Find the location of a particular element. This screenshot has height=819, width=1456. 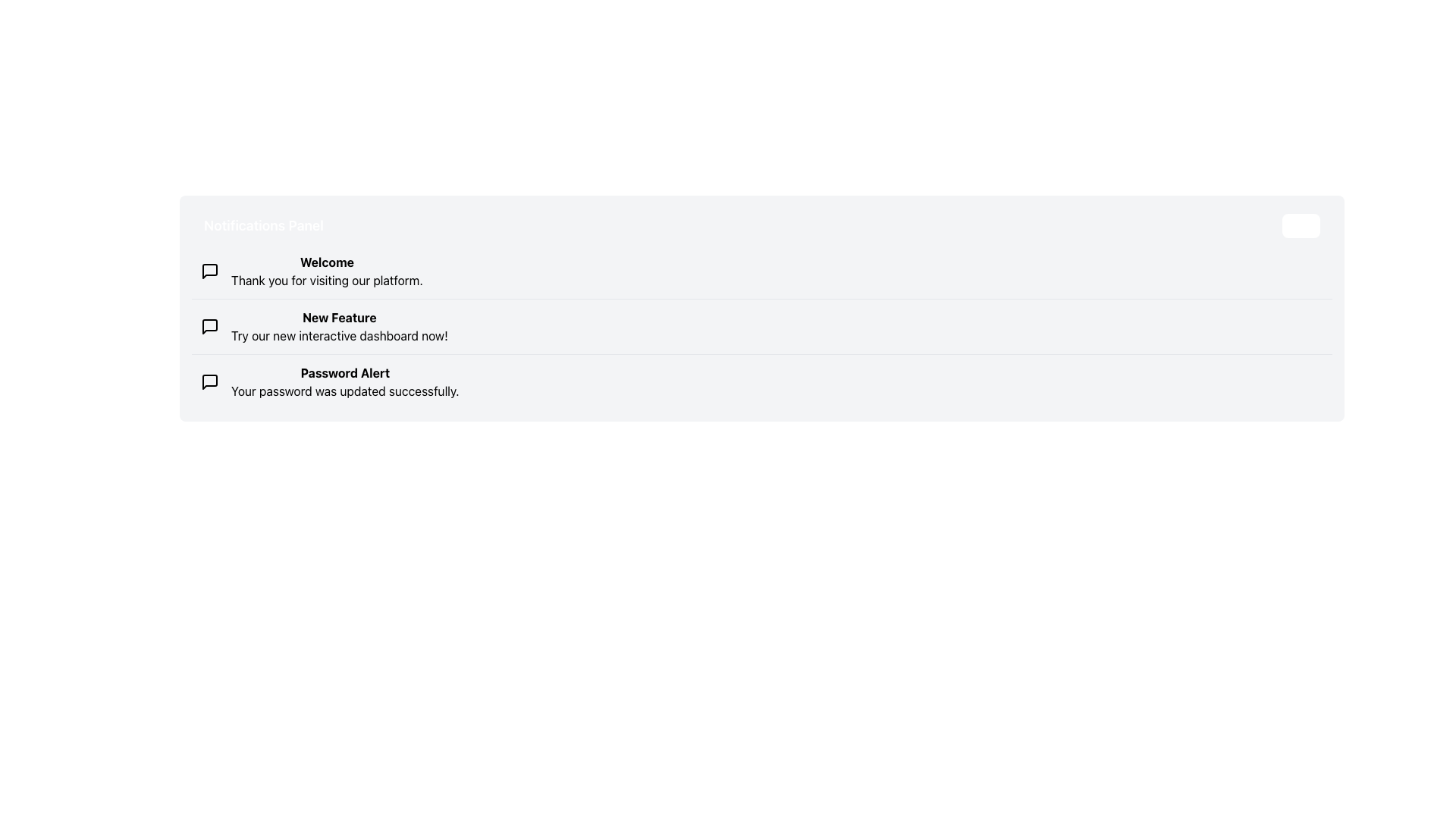

the small message icon with a speech balloon shape, which is styled with a black outline and no fill, located to the left of the 'Password Alert' text is located at coordinates (209, 381).